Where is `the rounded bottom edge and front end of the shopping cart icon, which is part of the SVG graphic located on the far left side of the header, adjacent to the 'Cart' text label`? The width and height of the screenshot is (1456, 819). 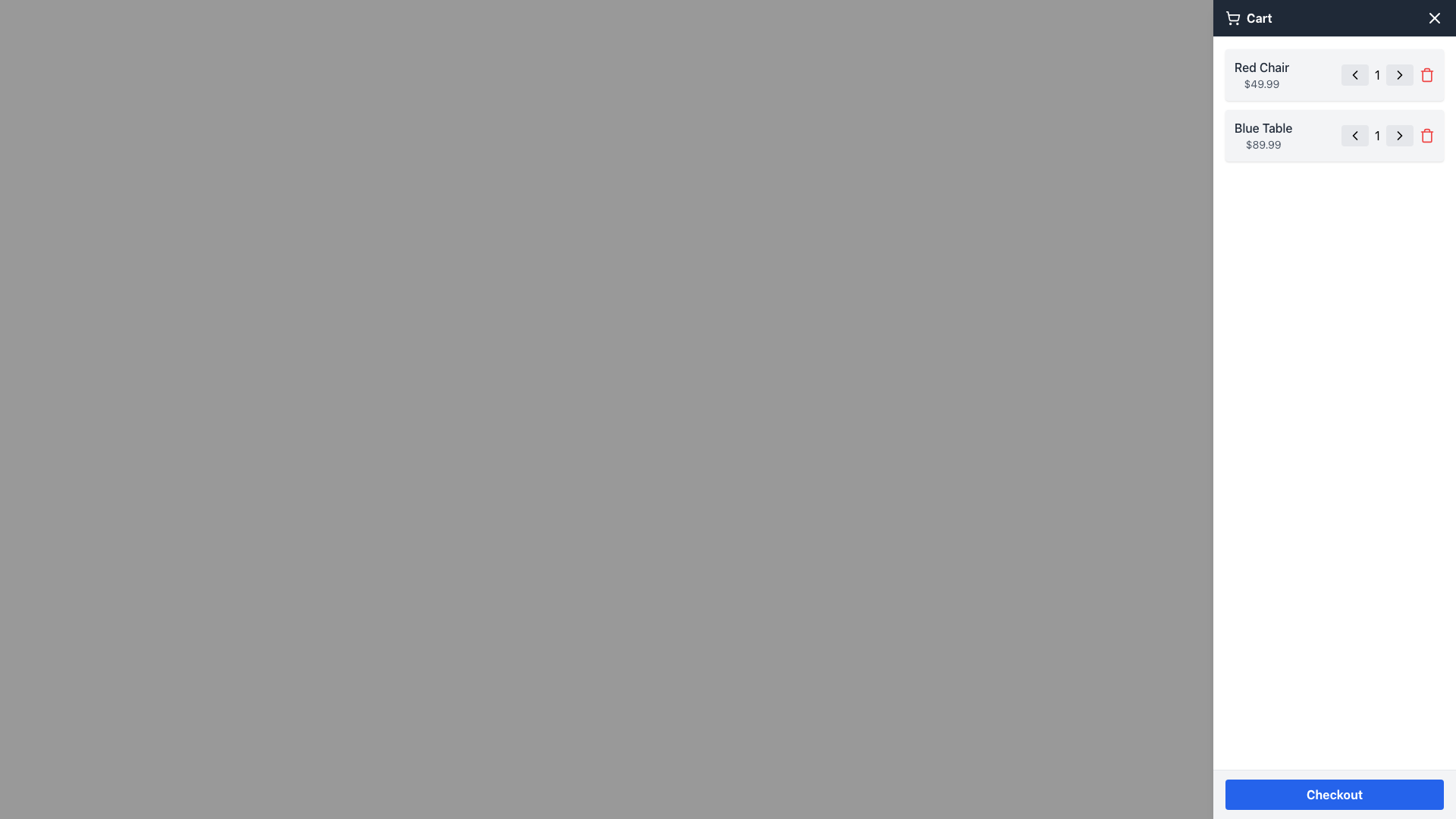 the rounded bottom edge and front end of the shopping cart icon, which is part of the SVG graphic located on the far left side of the header, adjacent to the 'Cart' text label is located at coordinates (1233, 16).